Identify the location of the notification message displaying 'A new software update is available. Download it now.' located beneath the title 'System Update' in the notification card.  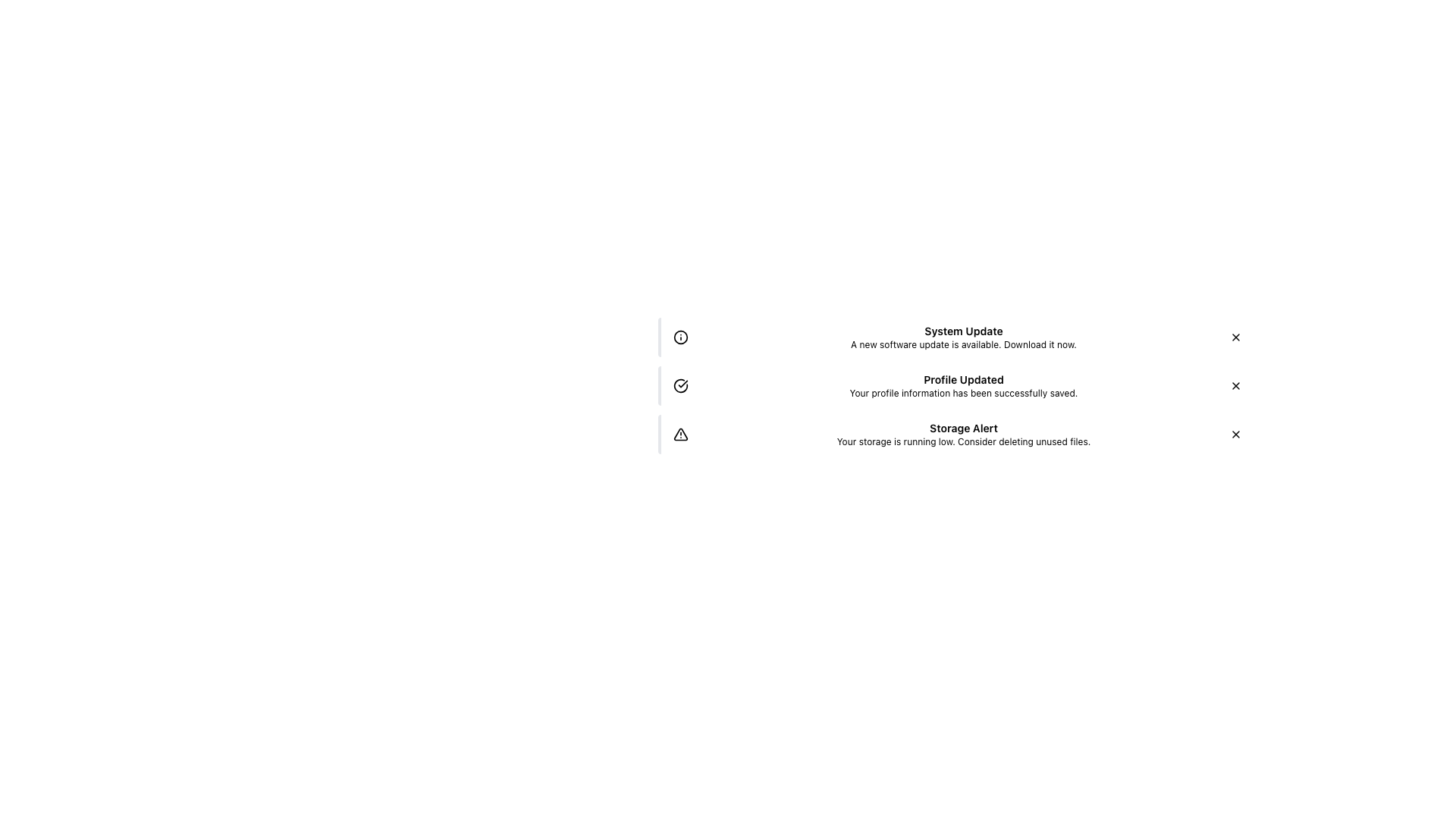
(963, 345).